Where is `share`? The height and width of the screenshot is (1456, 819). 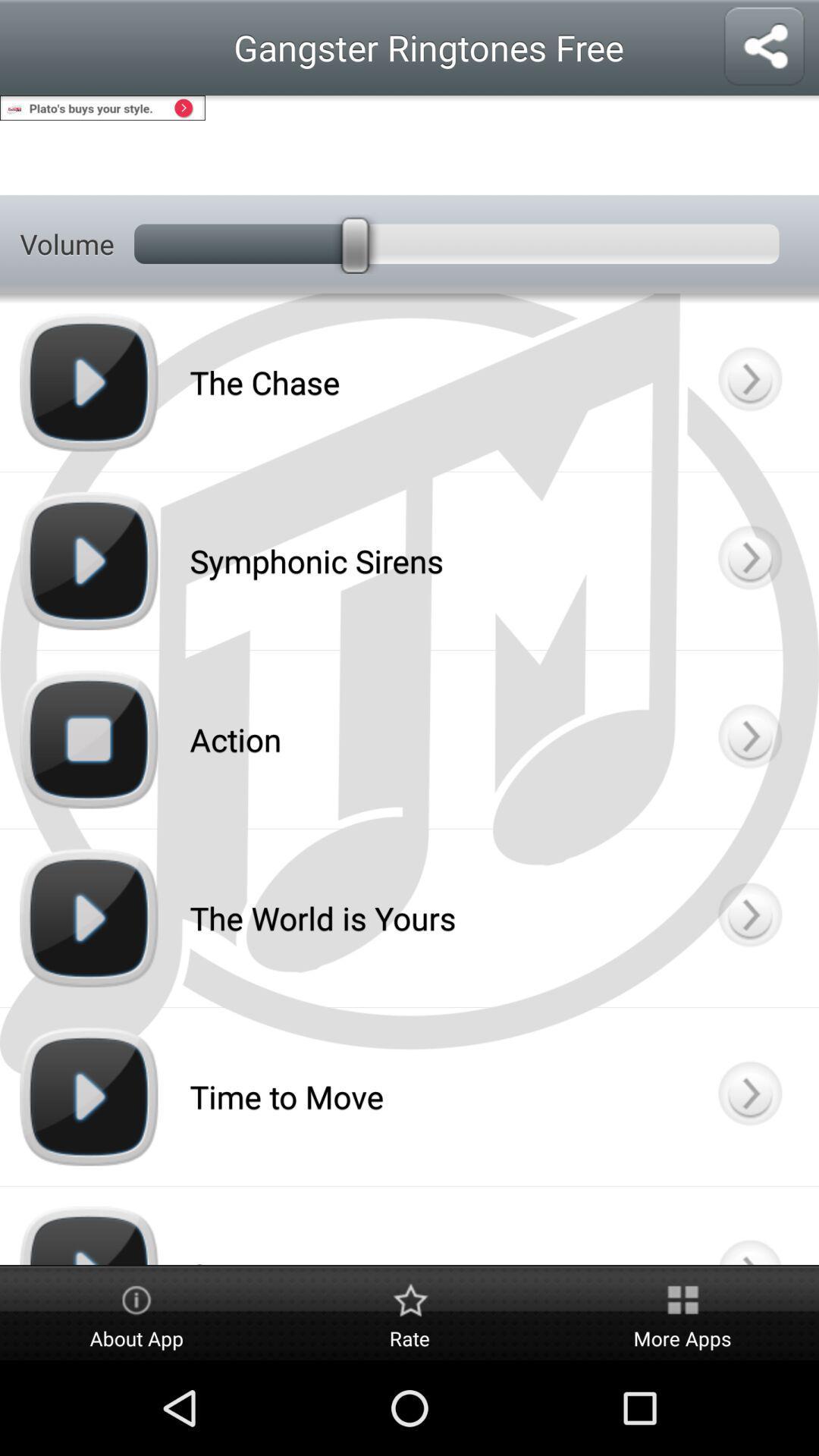
share is located at coordinates (764, 47).